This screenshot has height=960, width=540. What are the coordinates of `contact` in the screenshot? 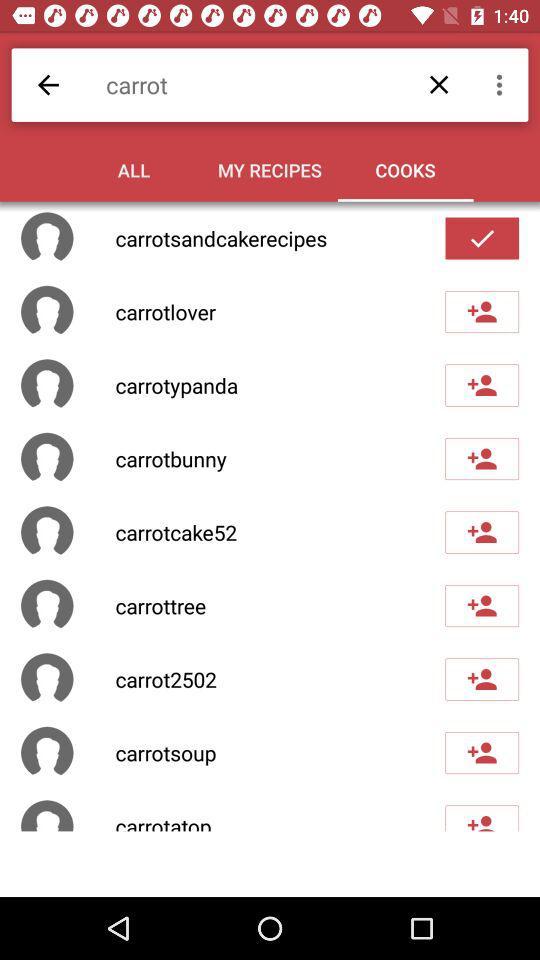 It's located at (481, 752).